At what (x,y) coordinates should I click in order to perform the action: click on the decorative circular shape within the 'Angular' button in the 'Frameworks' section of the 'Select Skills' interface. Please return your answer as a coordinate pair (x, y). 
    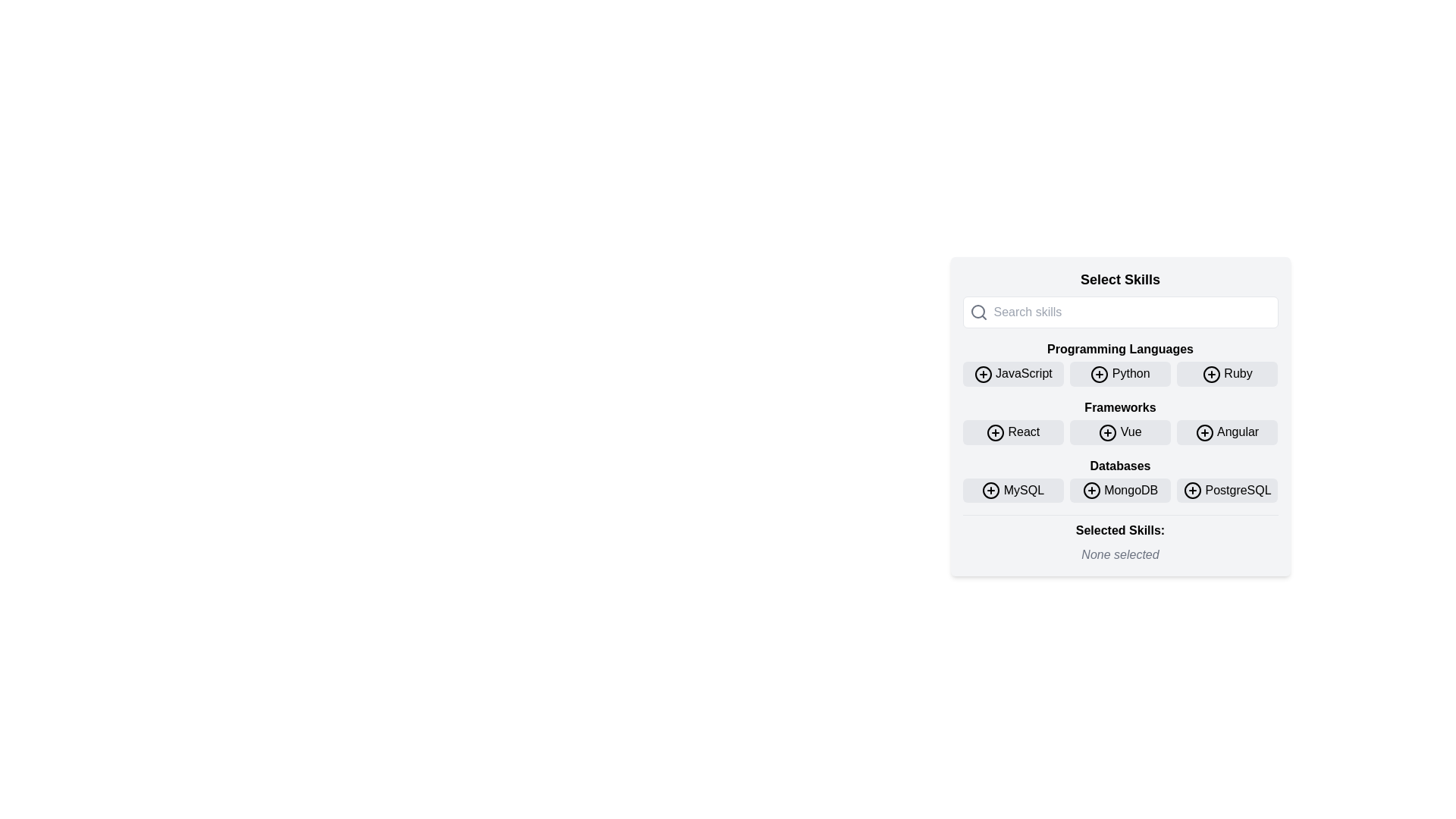
    Looking at the image, I should click on (1204, 432).